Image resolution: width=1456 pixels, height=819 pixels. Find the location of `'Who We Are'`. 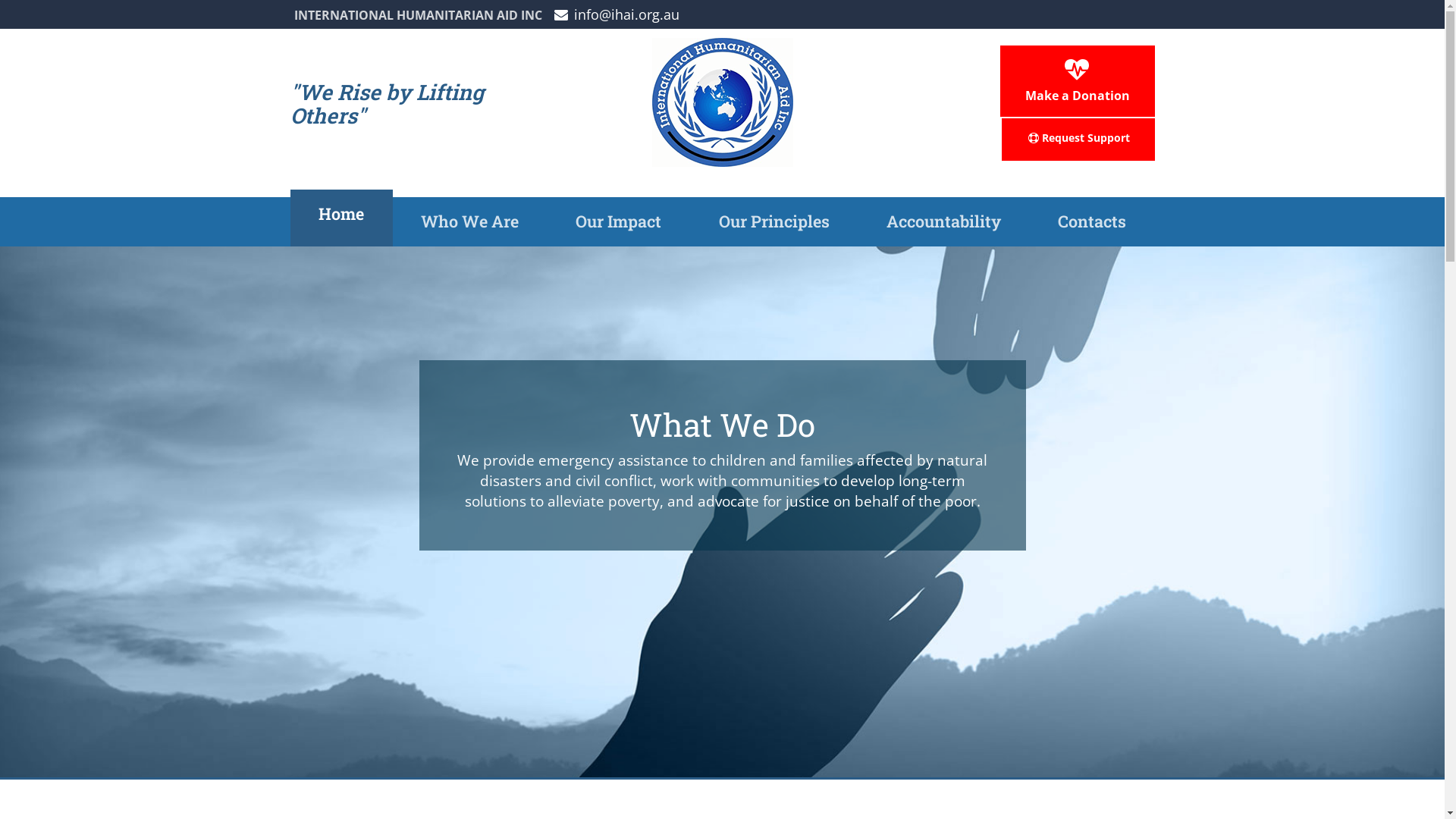

'Who We Are' is located at coordinates (128, 130).